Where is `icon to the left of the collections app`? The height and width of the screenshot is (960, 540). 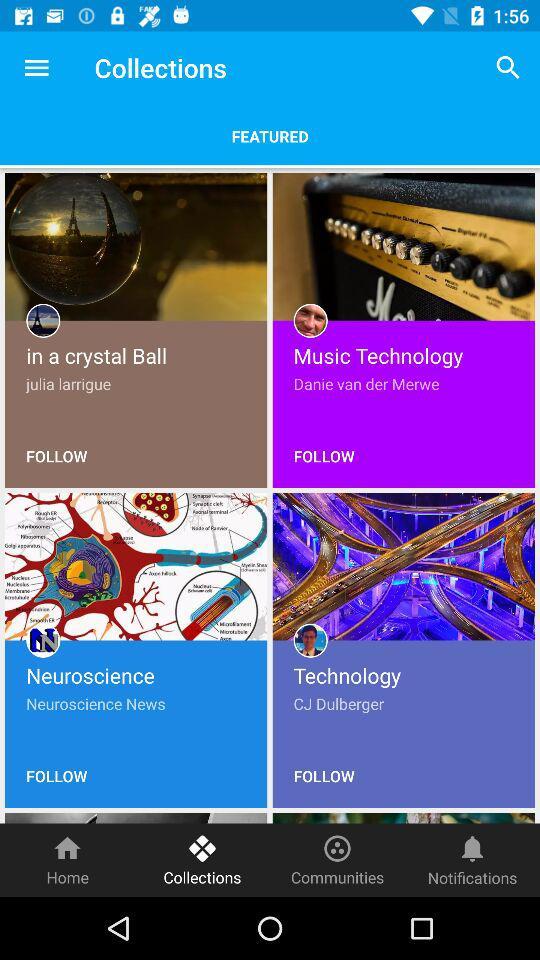
icon to the left of the collections app is located at coordinates (36, 68).